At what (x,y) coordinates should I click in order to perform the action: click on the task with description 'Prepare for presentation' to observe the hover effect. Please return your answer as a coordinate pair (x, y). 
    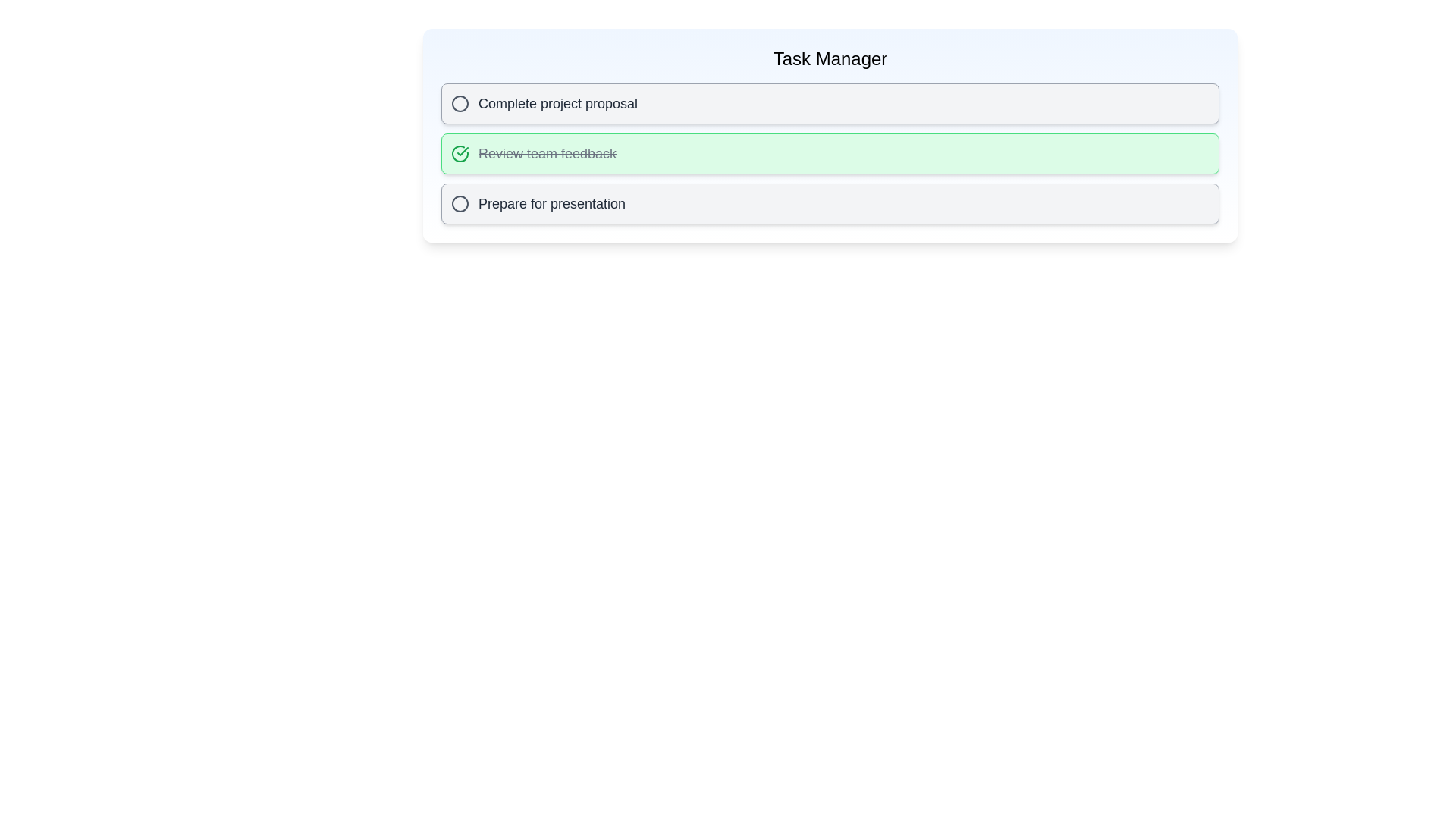
    Looking at the image, I should click on (829, 203).